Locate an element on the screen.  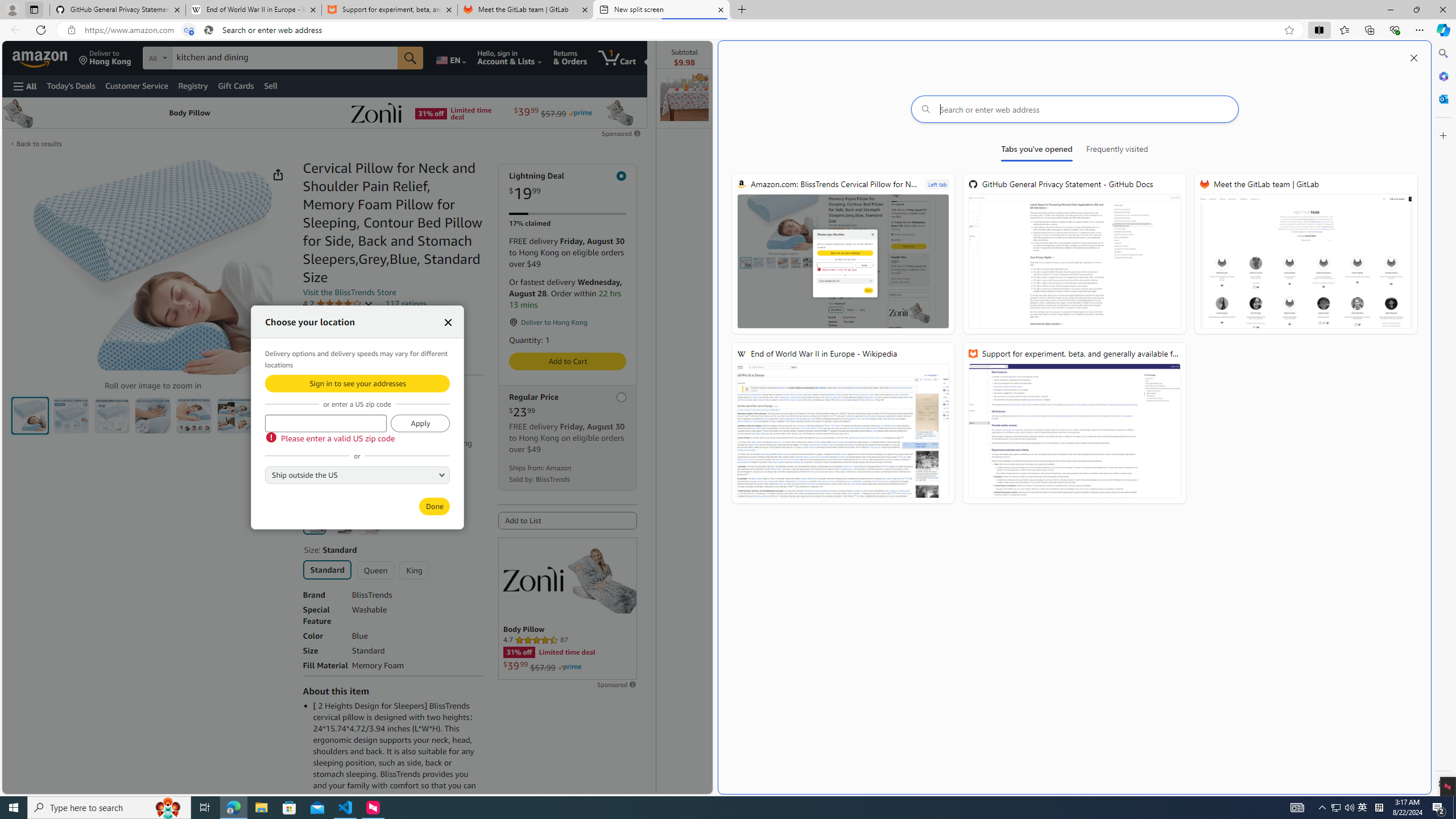
'End of World War II in Europe - Wikipedia' is located at coordinates (842, 423).